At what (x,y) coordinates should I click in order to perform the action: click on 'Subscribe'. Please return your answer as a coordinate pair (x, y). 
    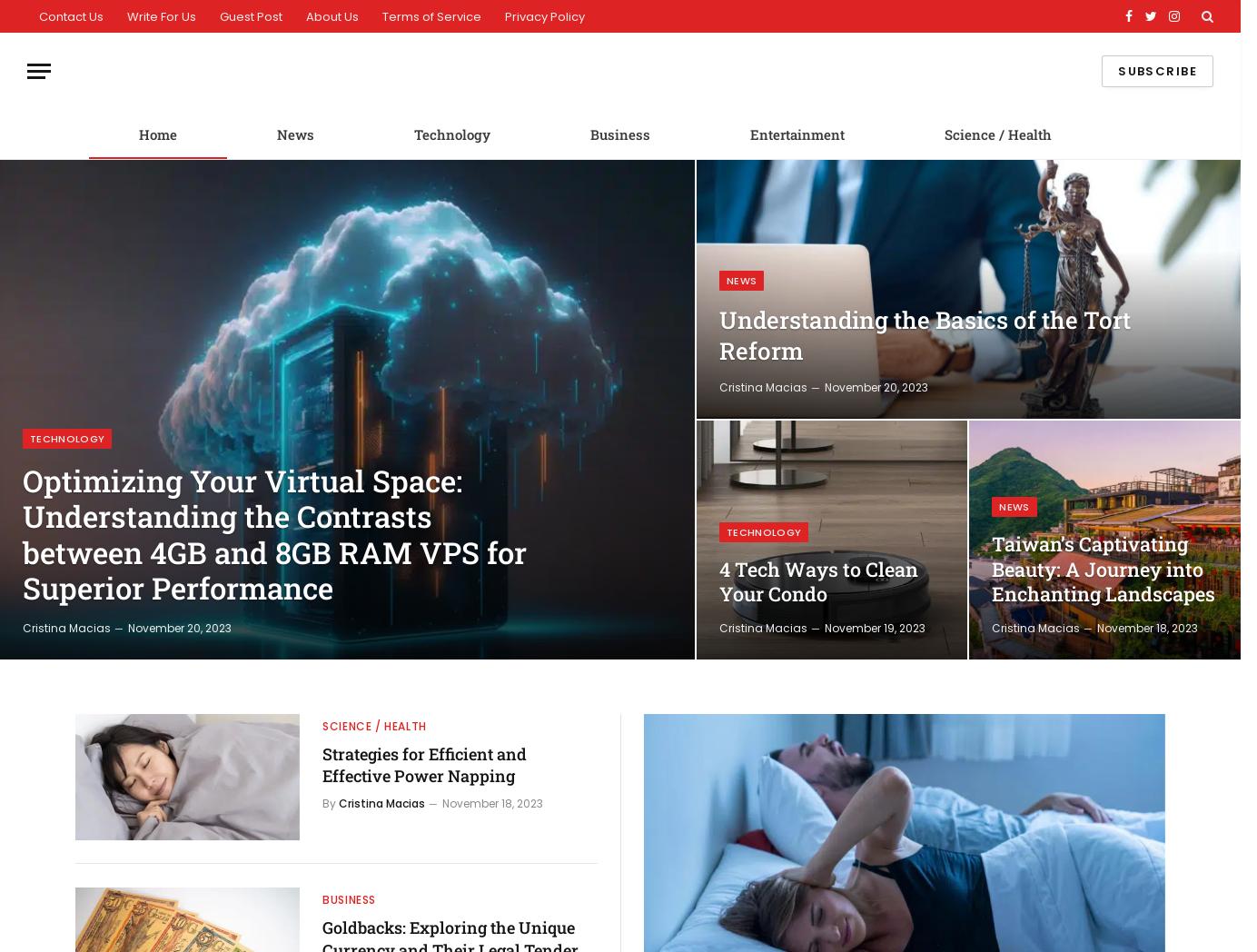
    Looking at the image, I should click on (1156, 71).